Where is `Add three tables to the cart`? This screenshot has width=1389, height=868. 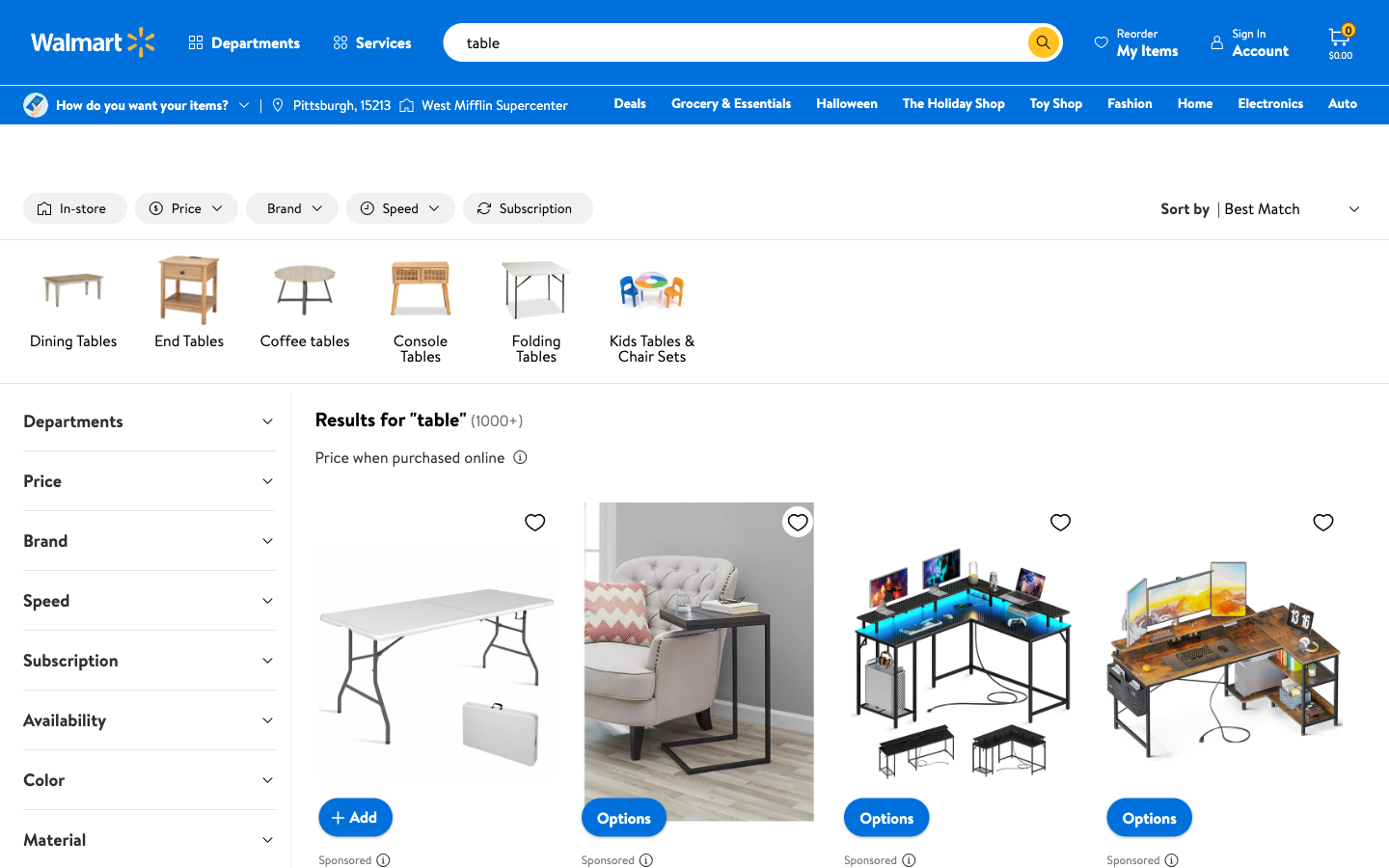 Add three tables to the cart is located at coordinates (354, 816).